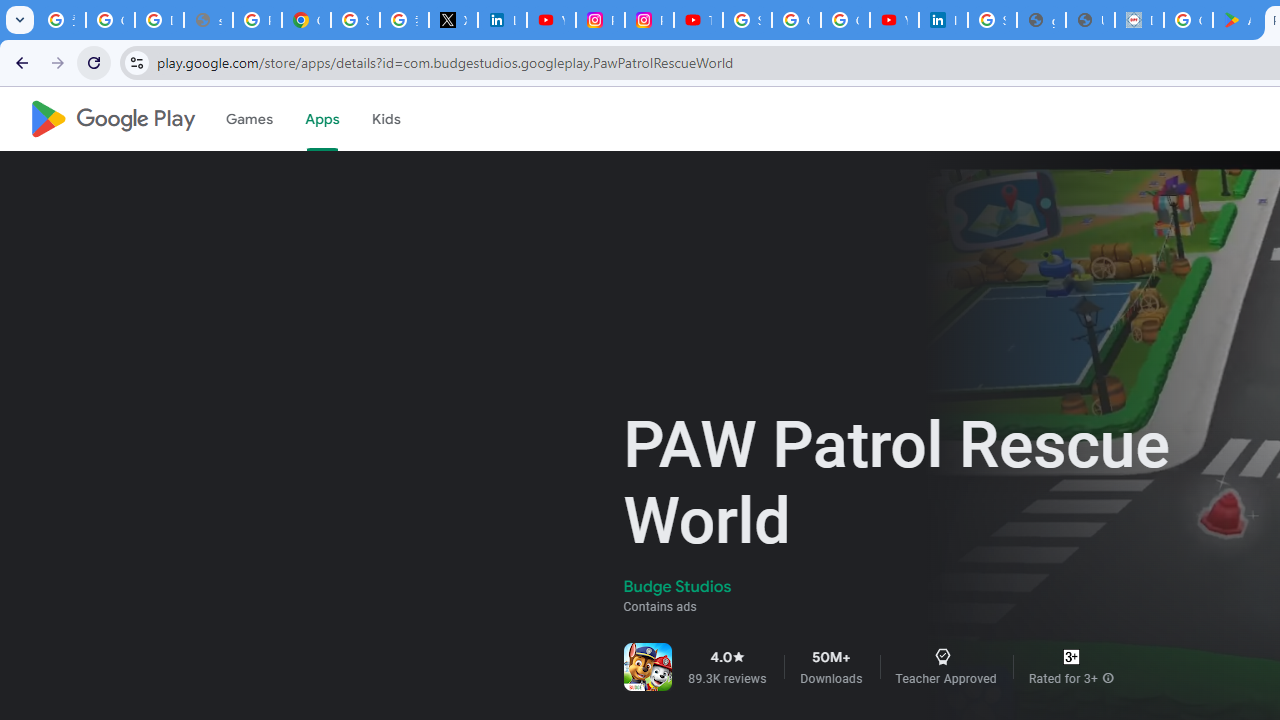  What do you see at coordinates (247, 119) in the screenshot?
I see `'Games'` at bounding box center [247, 119].